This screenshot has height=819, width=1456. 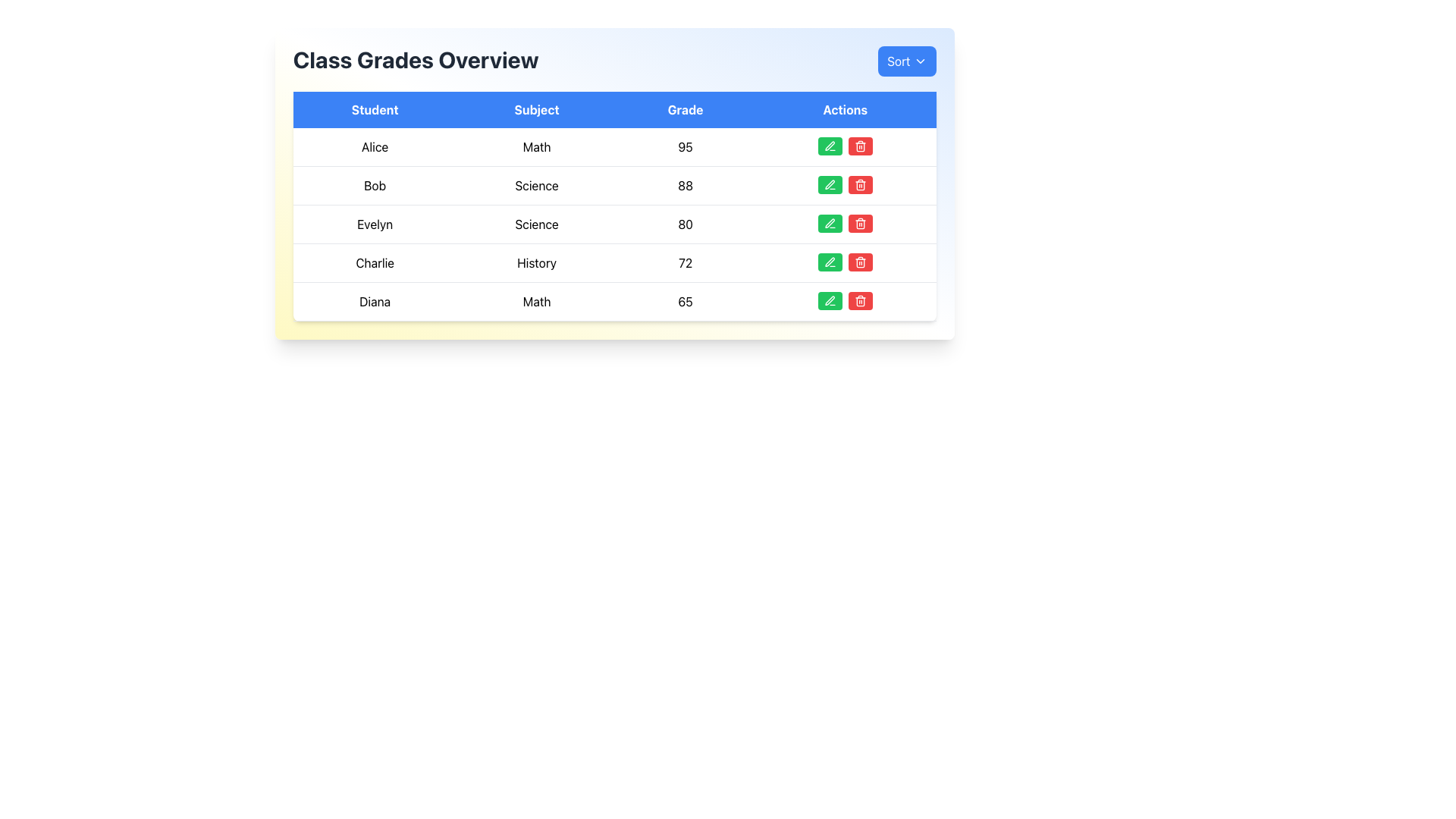 What do you see at coordinates (537, 185) in the screenshot?
I see `the static text element displaying 'Science' located in the second row and second column of the table under the 'Subject' column` at bounding box center [537, 185].